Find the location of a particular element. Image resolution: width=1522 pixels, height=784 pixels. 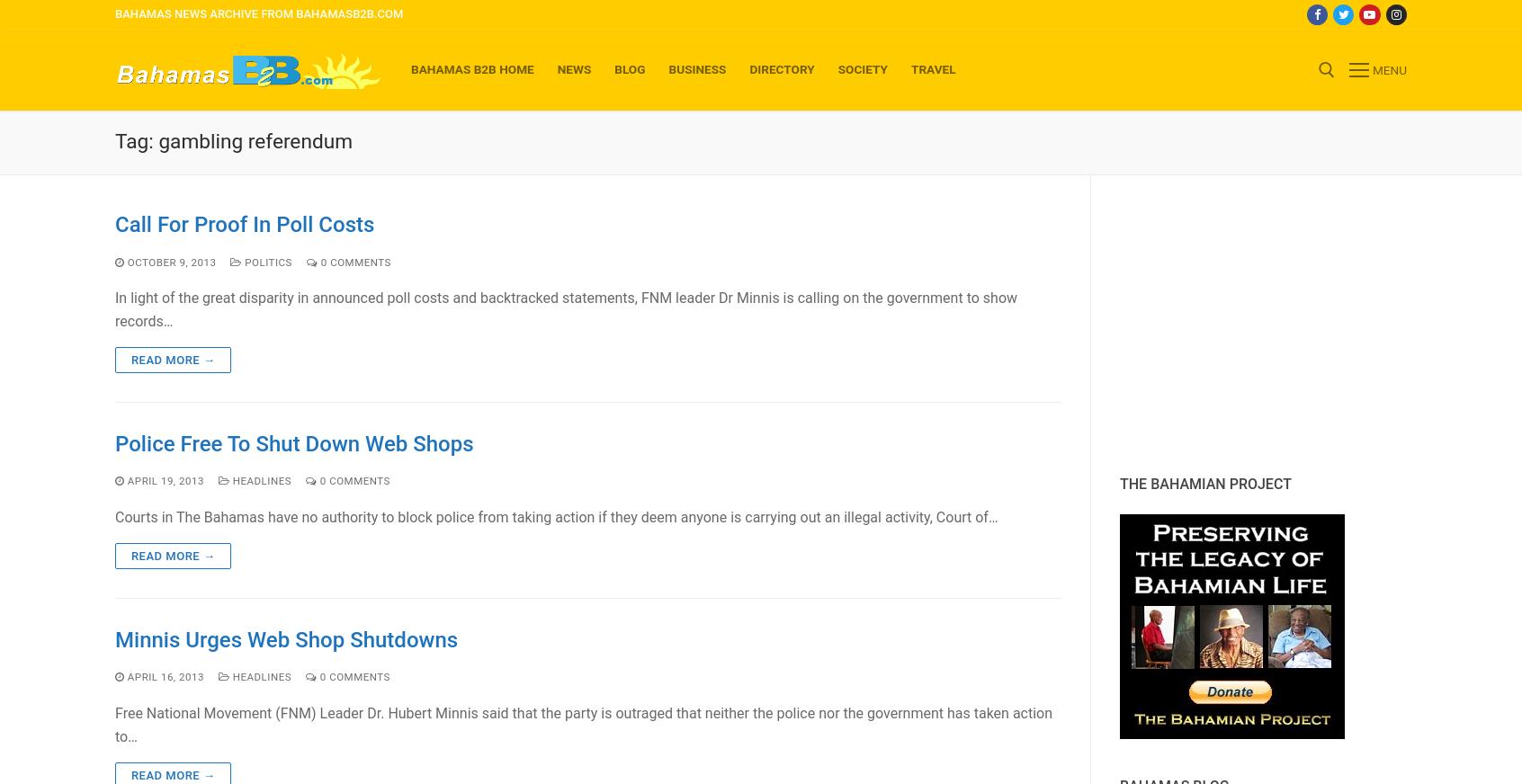

'News' is located at coordinates (574, 67).